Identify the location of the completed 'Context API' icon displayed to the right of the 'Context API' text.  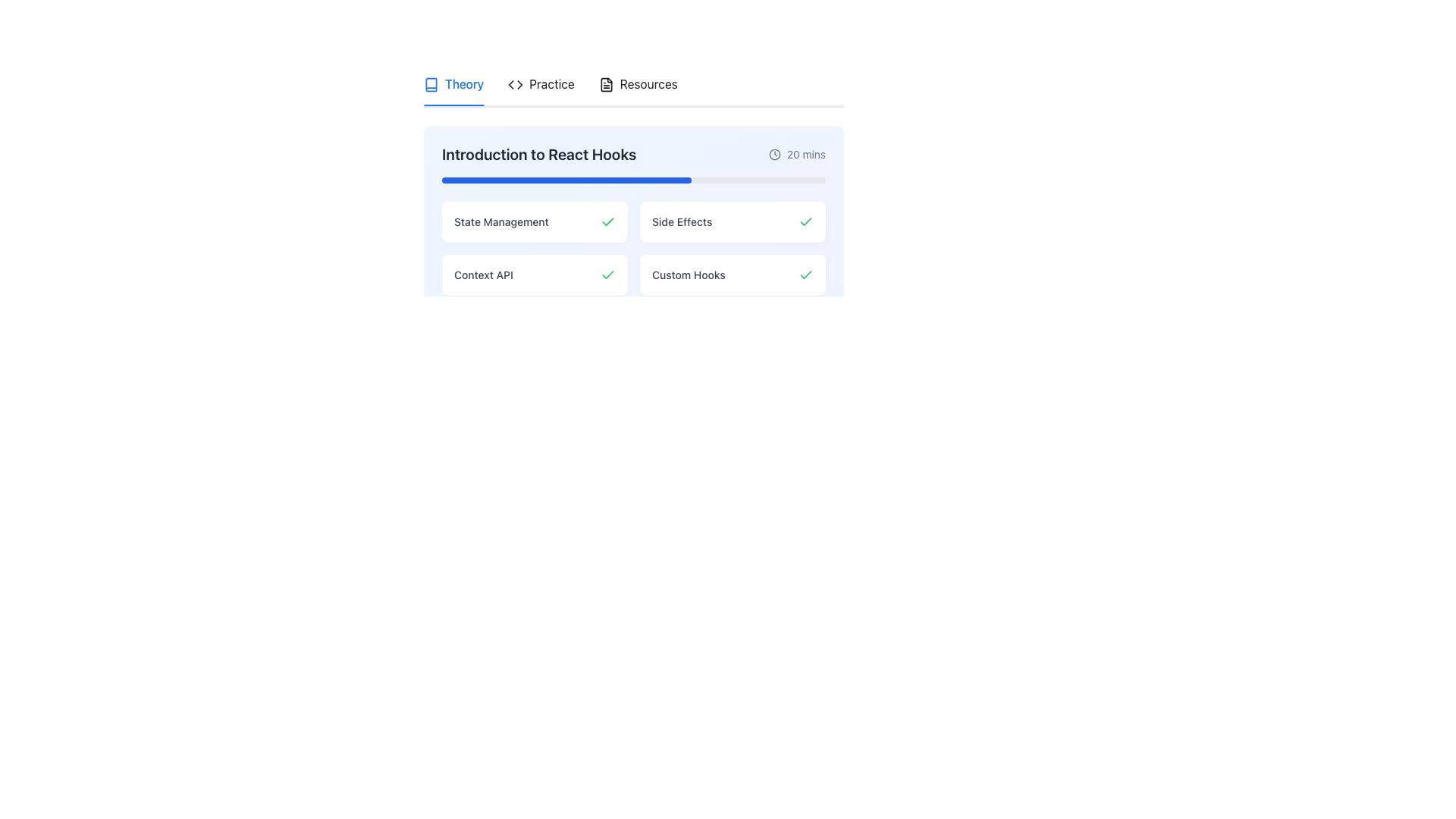
(607, 275).